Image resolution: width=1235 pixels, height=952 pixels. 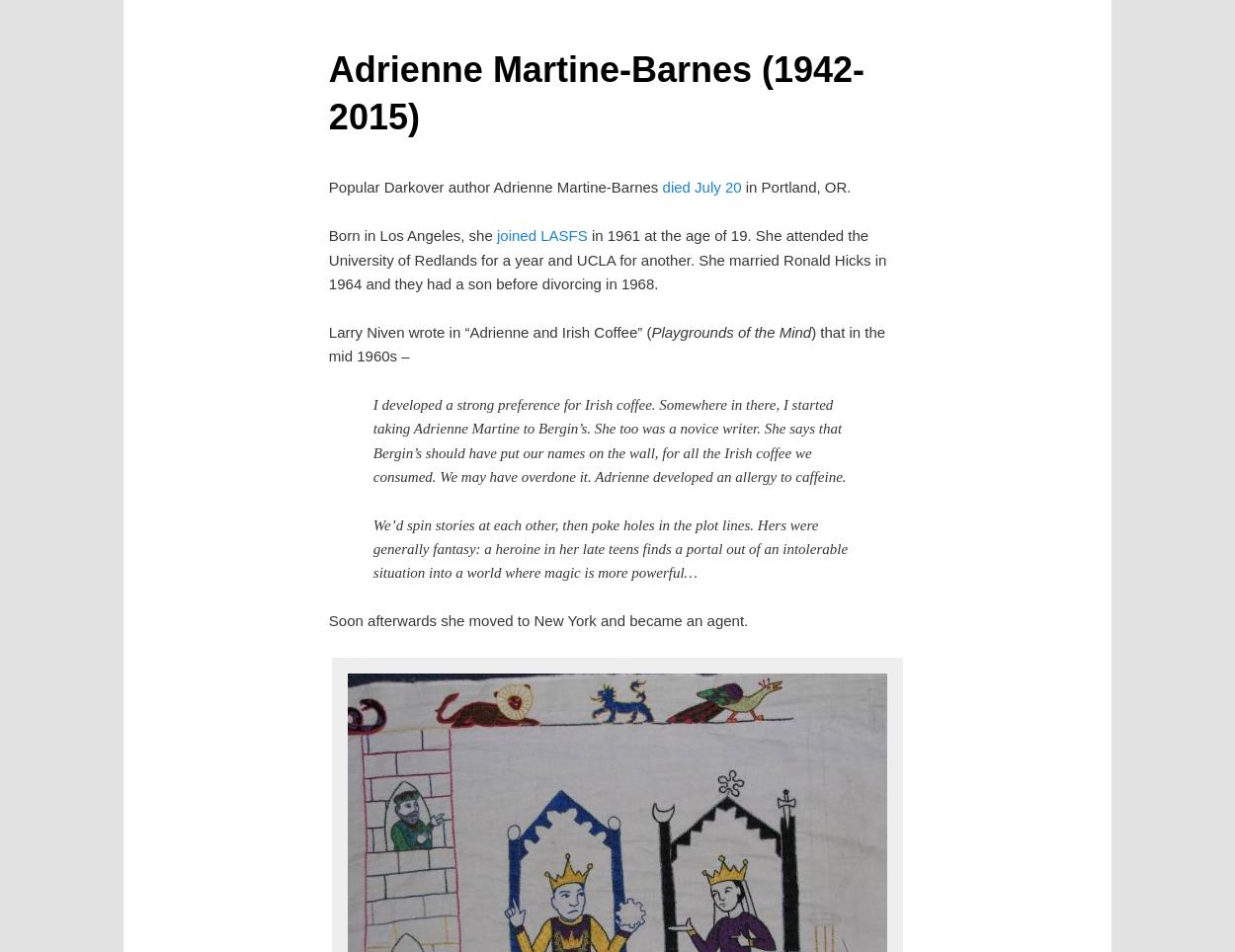 I want to click on 'joined LASFS', so click(x=541, y=235).